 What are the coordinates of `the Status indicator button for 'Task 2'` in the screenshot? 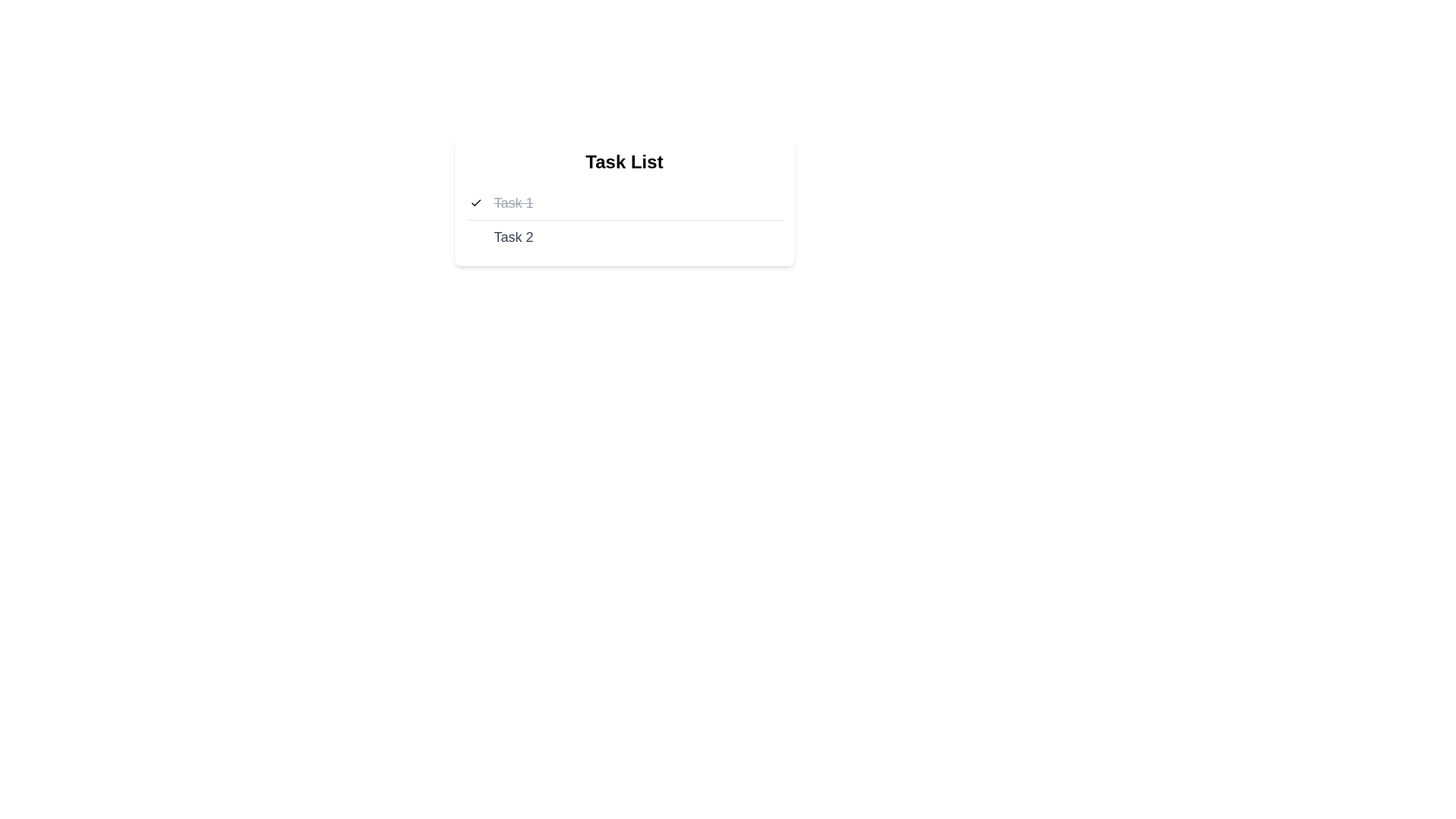 It's located at (475, 237).